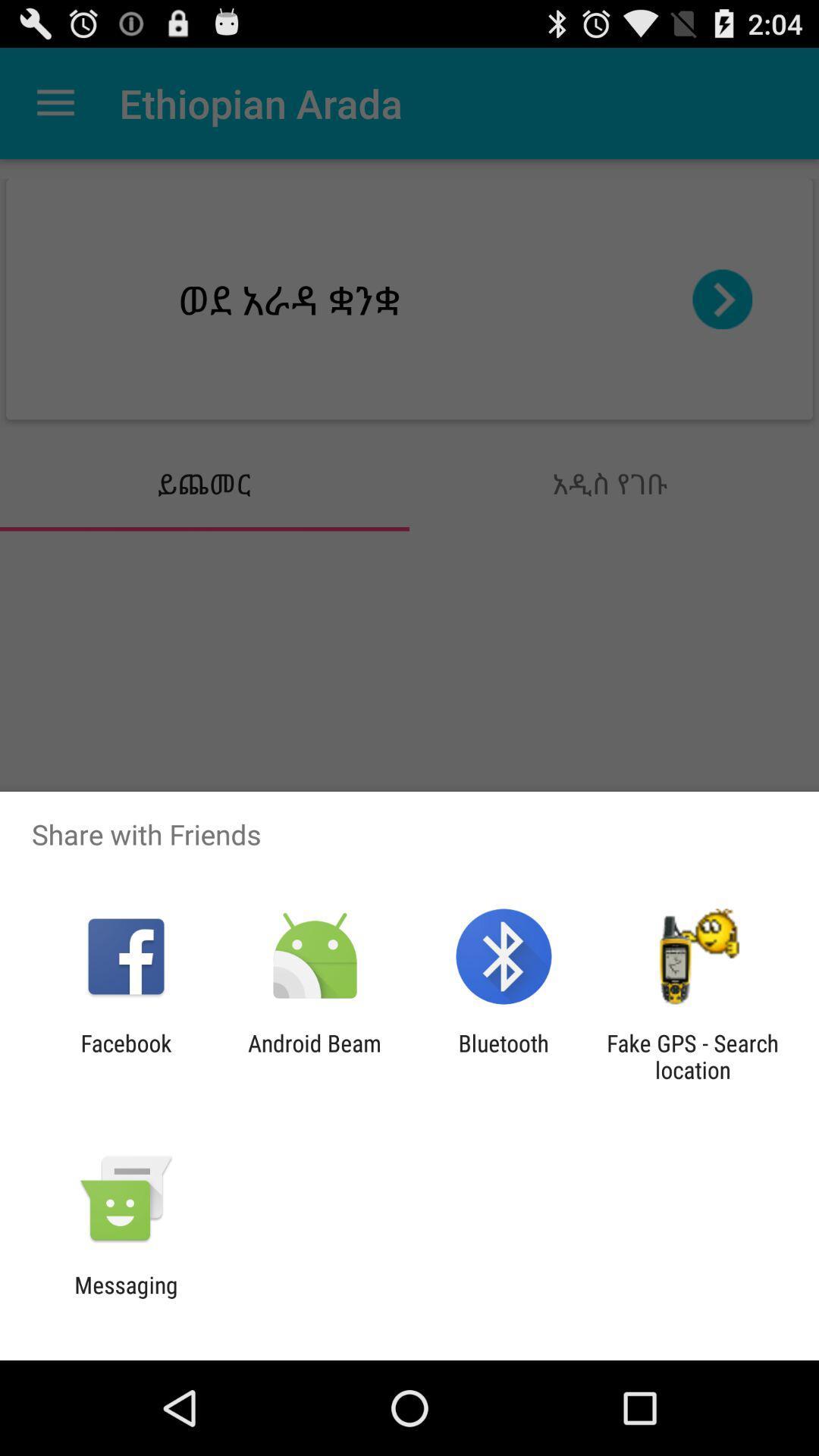  What do you see at coordinates (314, 1056) in the screenshot?
I see `app next to the bluetooth` at bounding box center [314, 1056].